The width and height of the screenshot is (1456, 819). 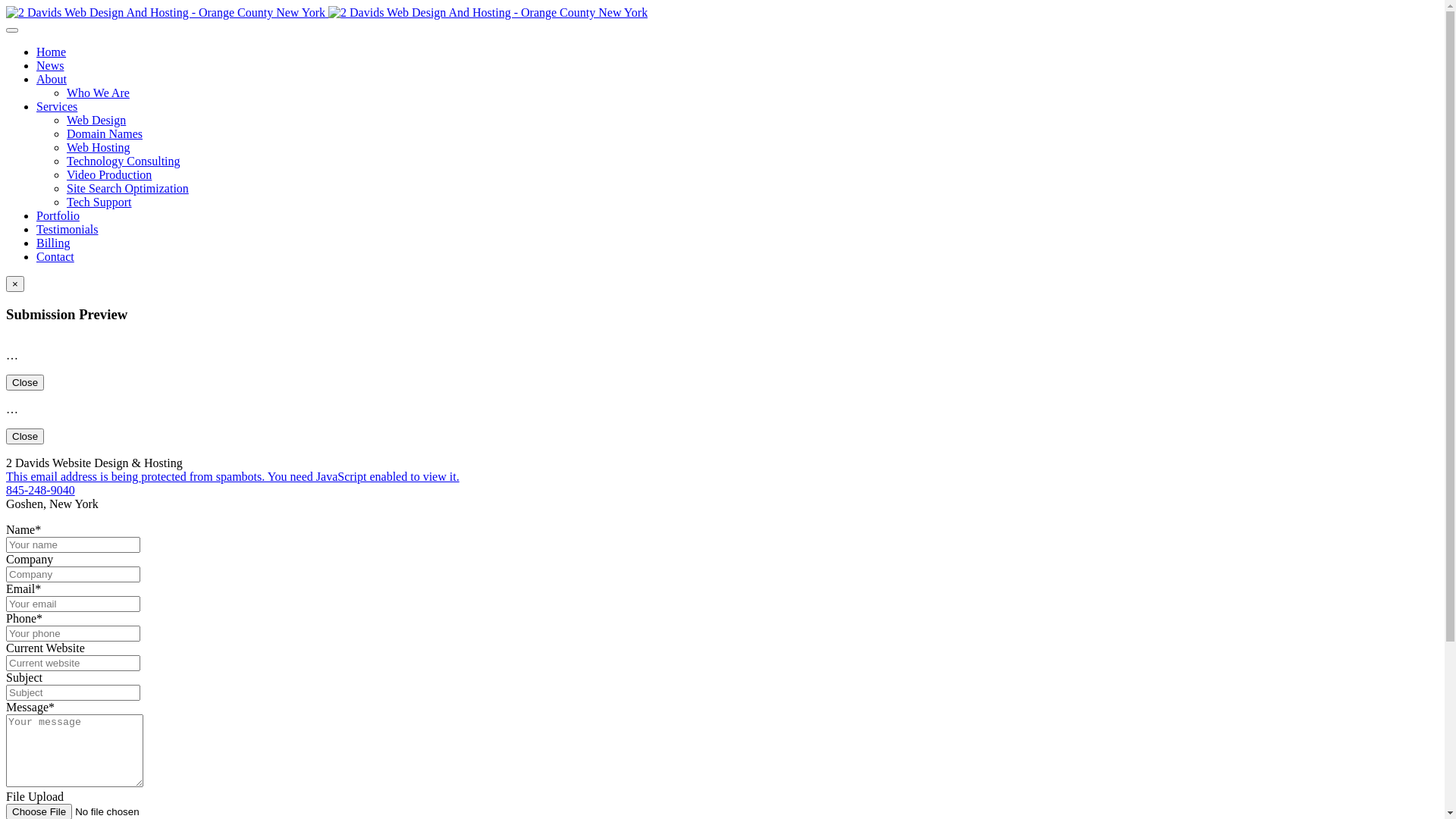 I want to click on 'Billing', so click(x=53, y=242).